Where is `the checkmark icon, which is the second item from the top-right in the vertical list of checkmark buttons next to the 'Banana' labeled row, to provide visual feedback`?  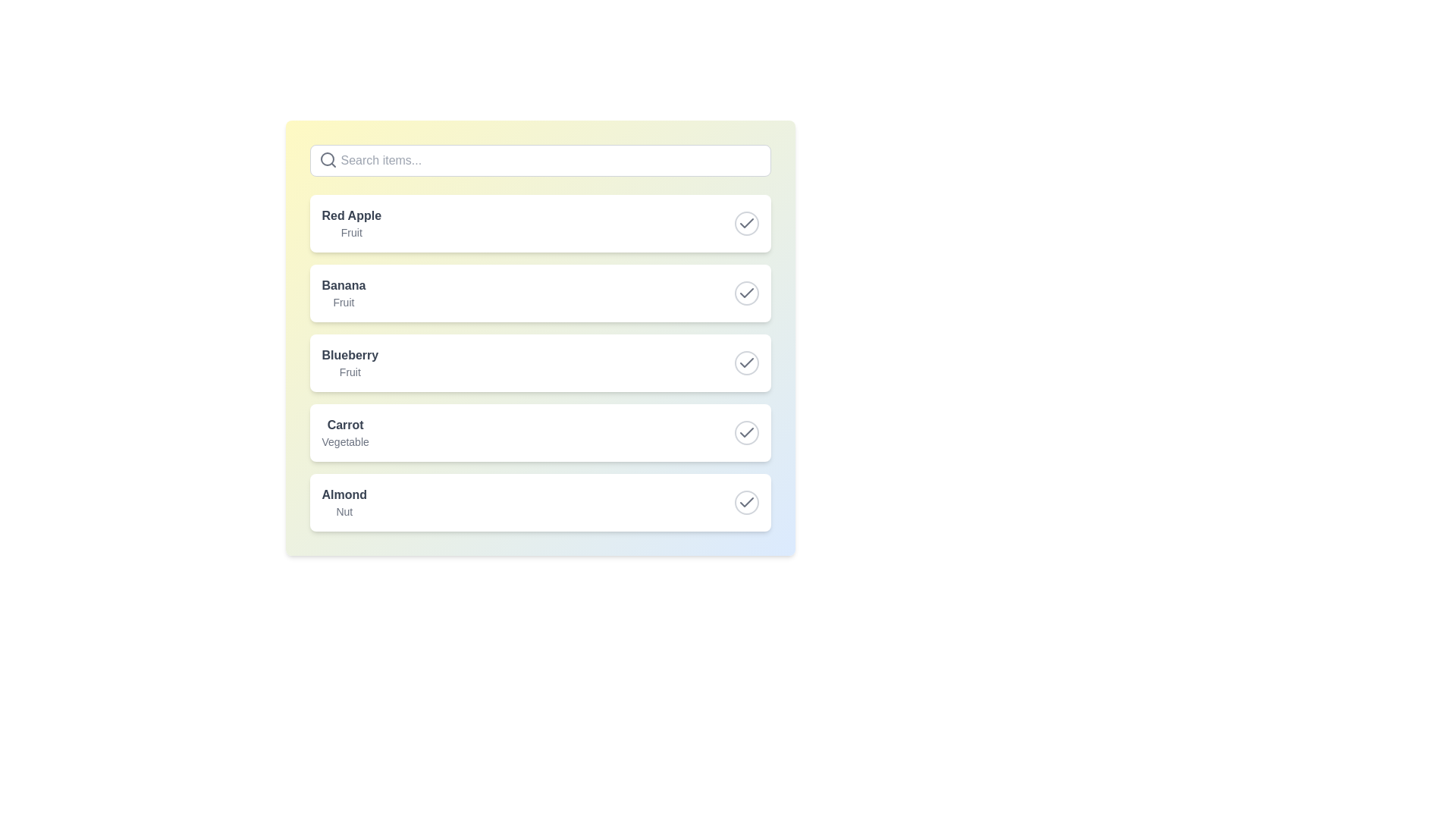 the checkmark icon, which is the second item from the top-right in the vertical list of checkmark buttons next to the 'Banana' labeled row, to provide visual feedback is located at coordinates (746, 293).